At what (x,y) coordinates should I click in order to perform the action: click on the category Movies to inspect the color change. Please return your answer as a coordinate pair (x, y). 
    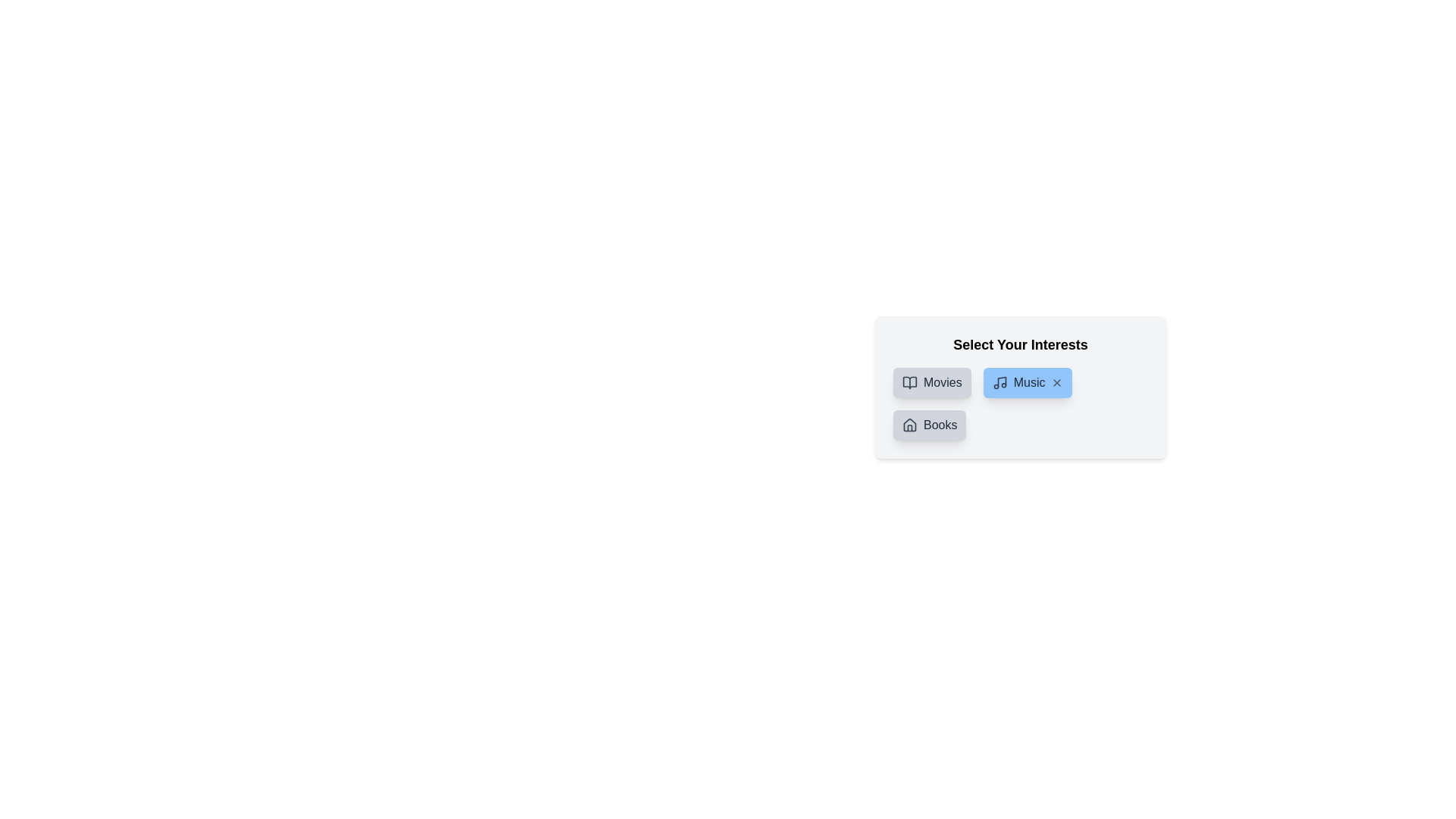
    Looking at the image, I should click on (930, 382).